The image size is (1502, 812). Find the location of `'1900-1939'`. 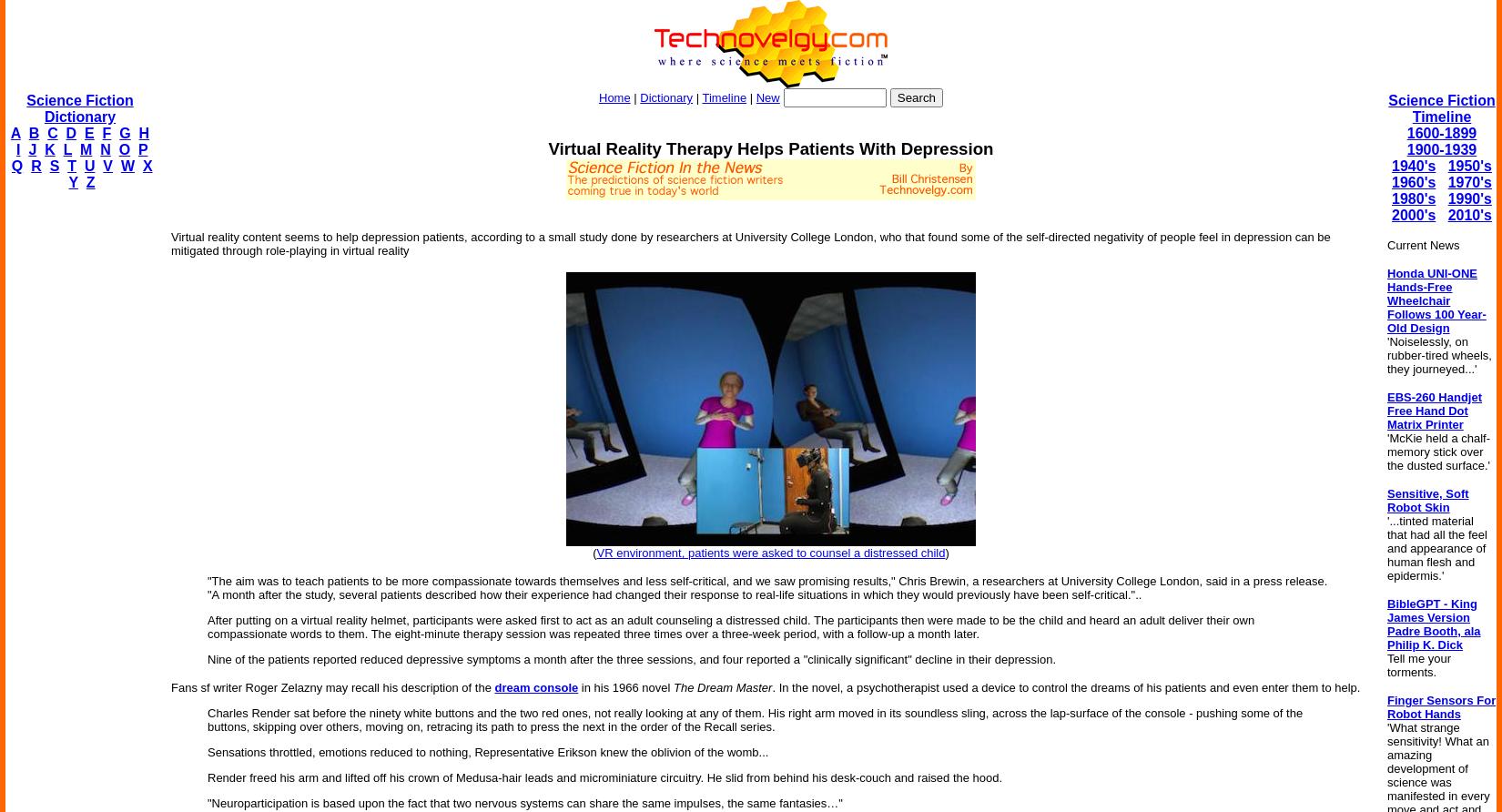

'1900-1939' is located at coordinates (1440, 148).